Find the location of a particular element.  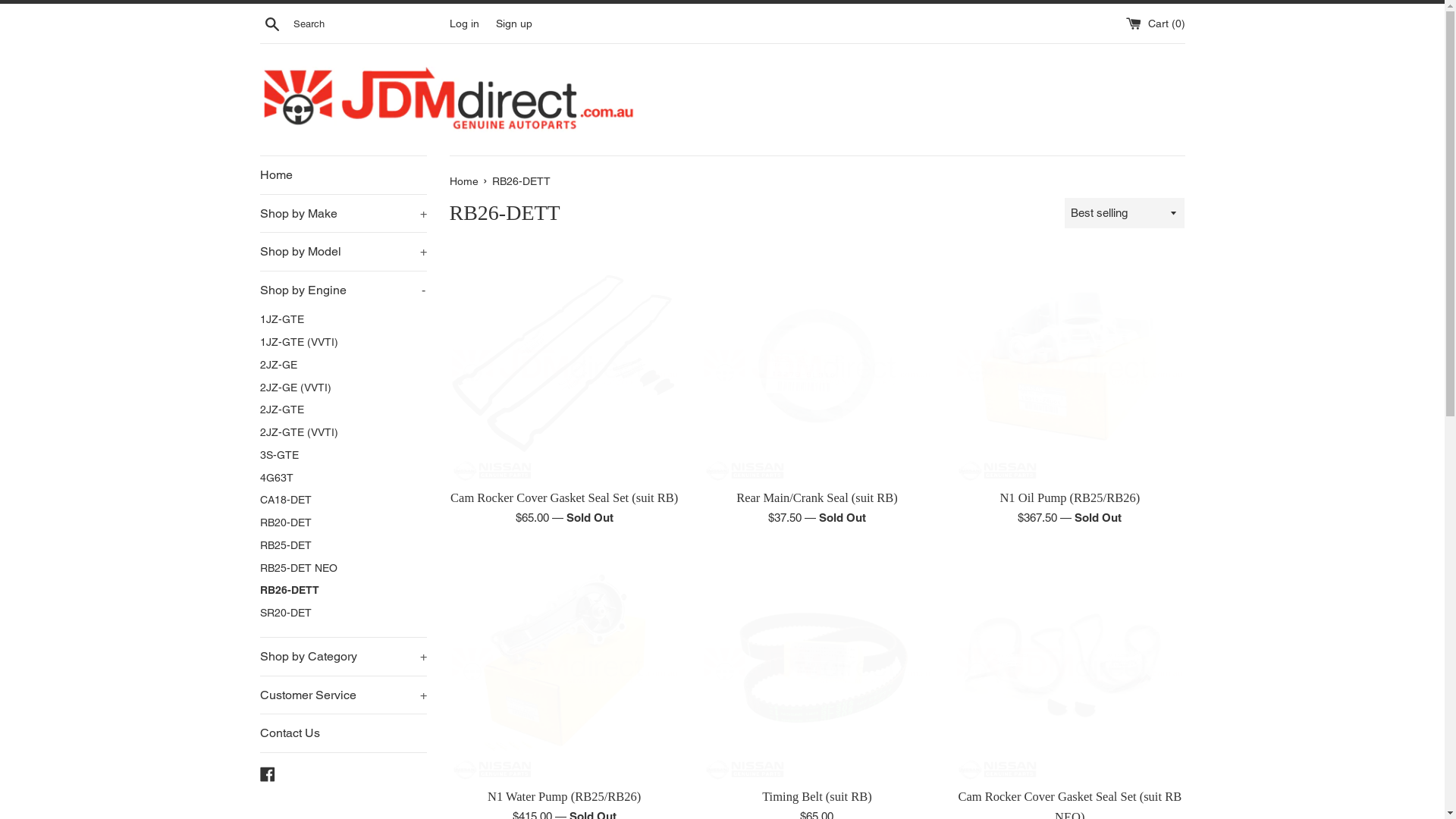

'Timing Belt (suit RB)' is located at coordinates (816, 664).